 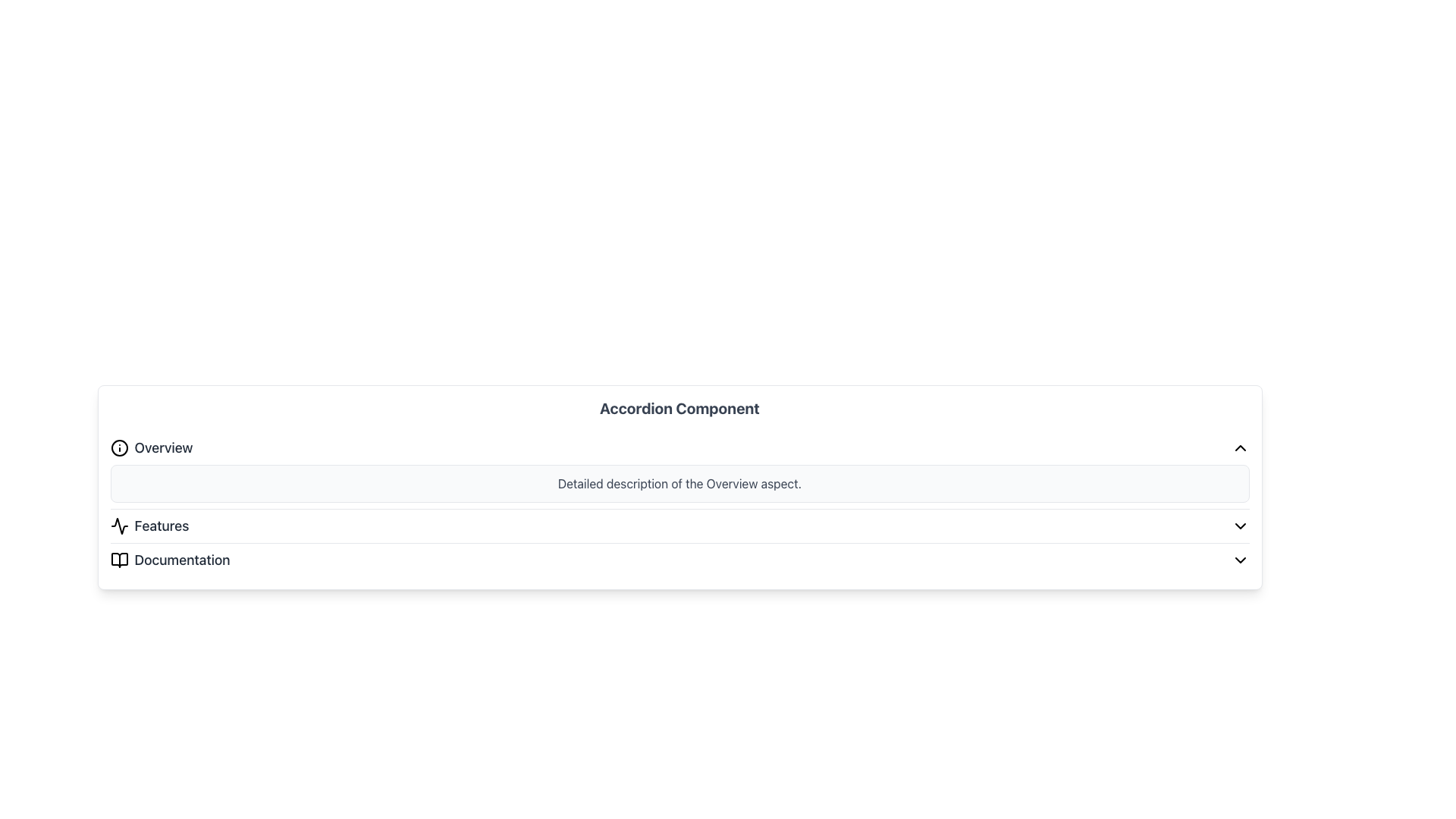 What do you see at coordinates (118, 560) in the screenshot?
I see `the open book icon located beside the 'Documentation' label in the vertical list, which is the bottom-most item in the list` at bounding box center [118, 560].